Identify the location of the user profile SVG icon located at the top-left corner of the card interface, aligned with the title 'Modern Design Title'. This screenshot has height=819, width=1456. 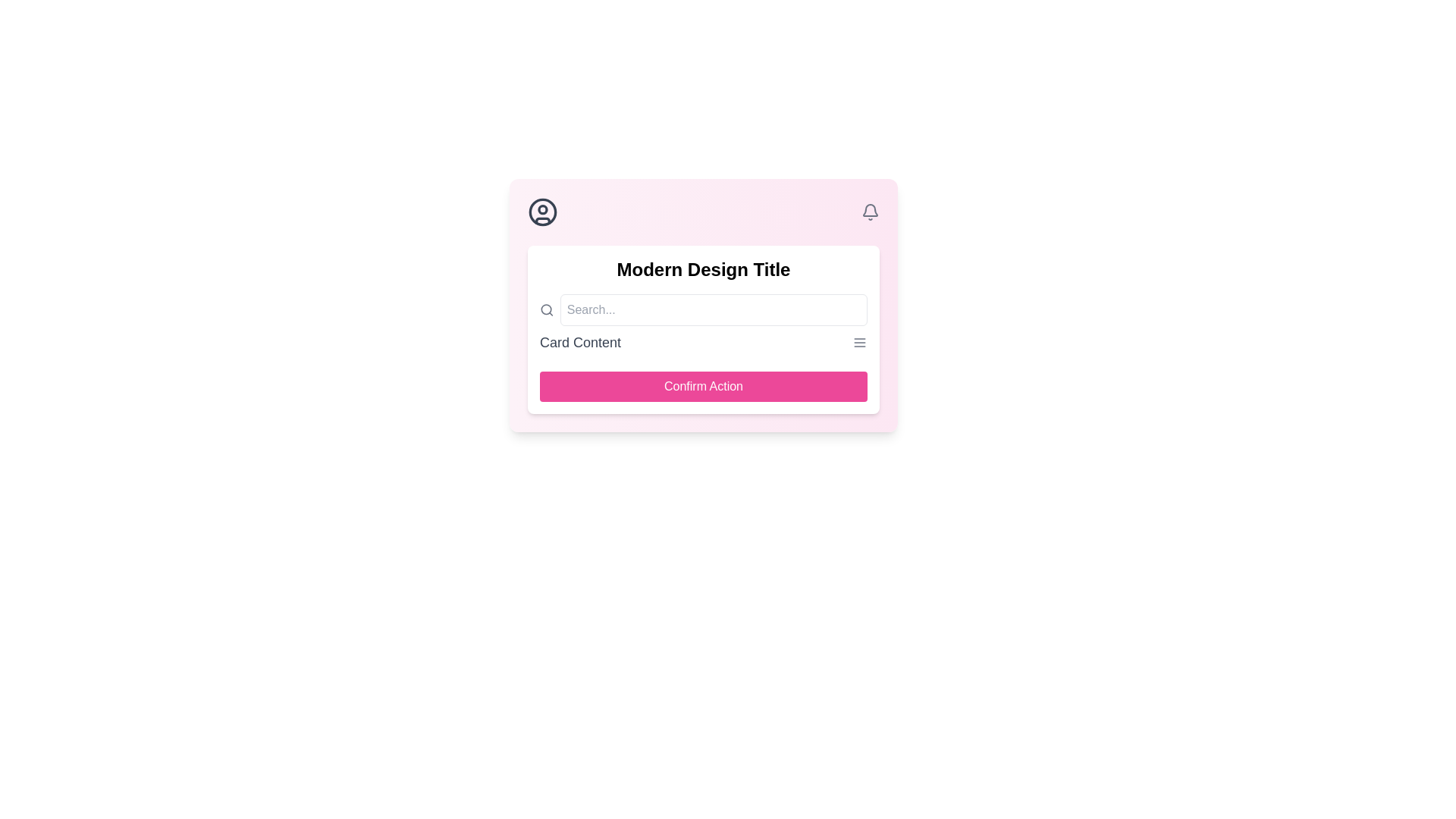
(542, 212).